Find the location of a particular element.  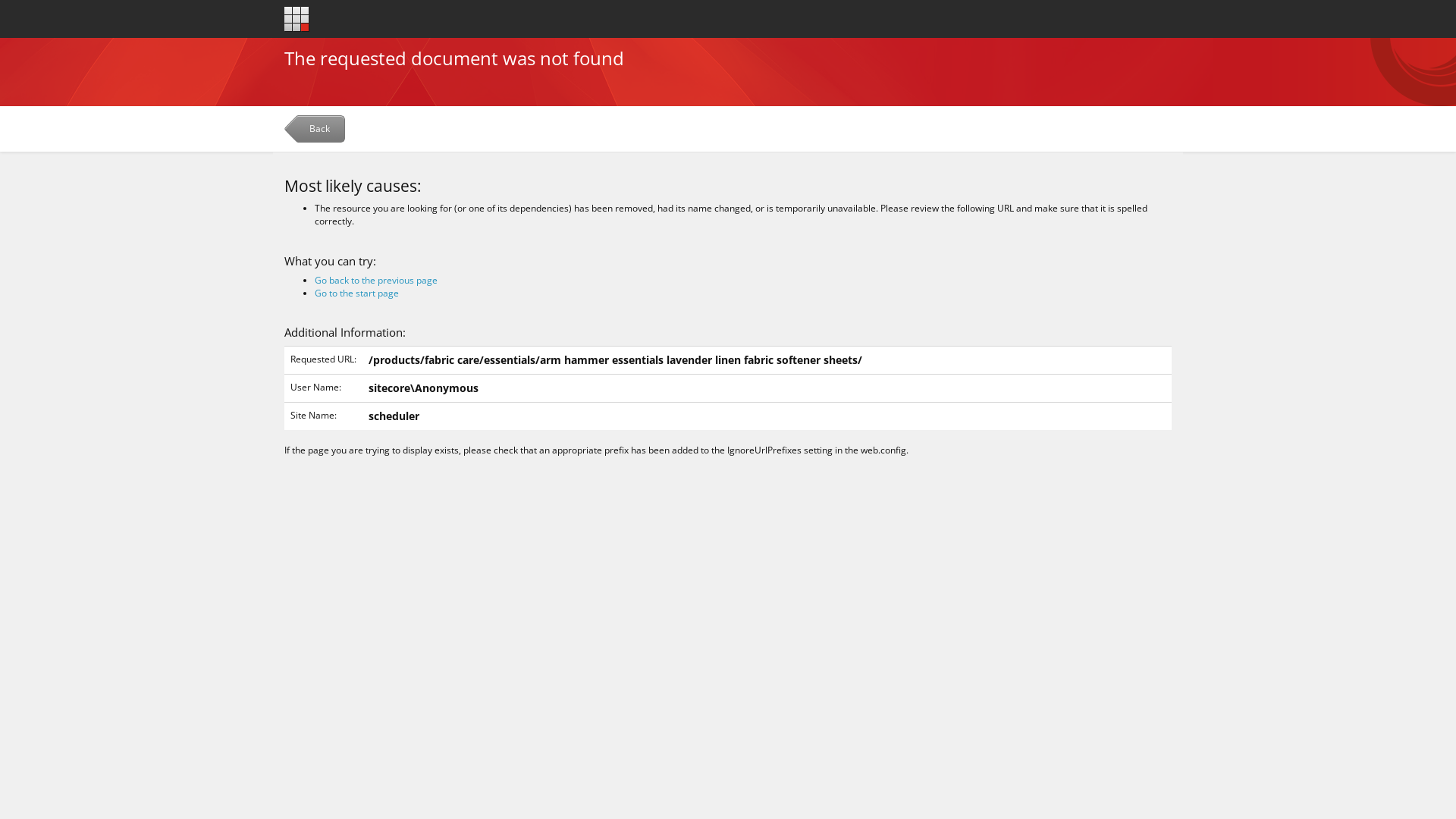

'Go to the start page' is located at coordinates (356, 293).